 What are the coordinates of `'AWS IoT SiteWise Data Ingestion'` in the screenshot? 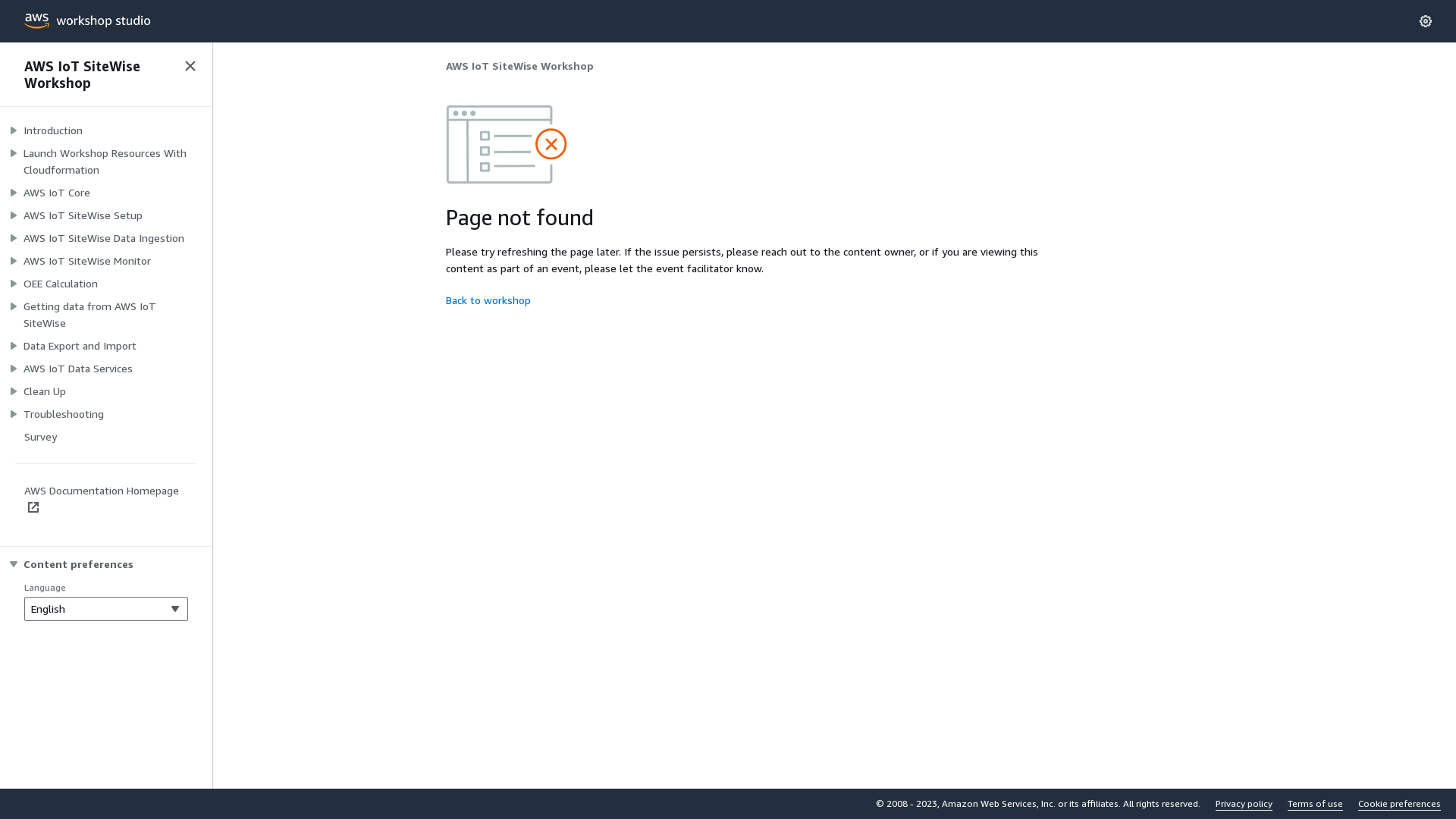 It's located at (103, 237).